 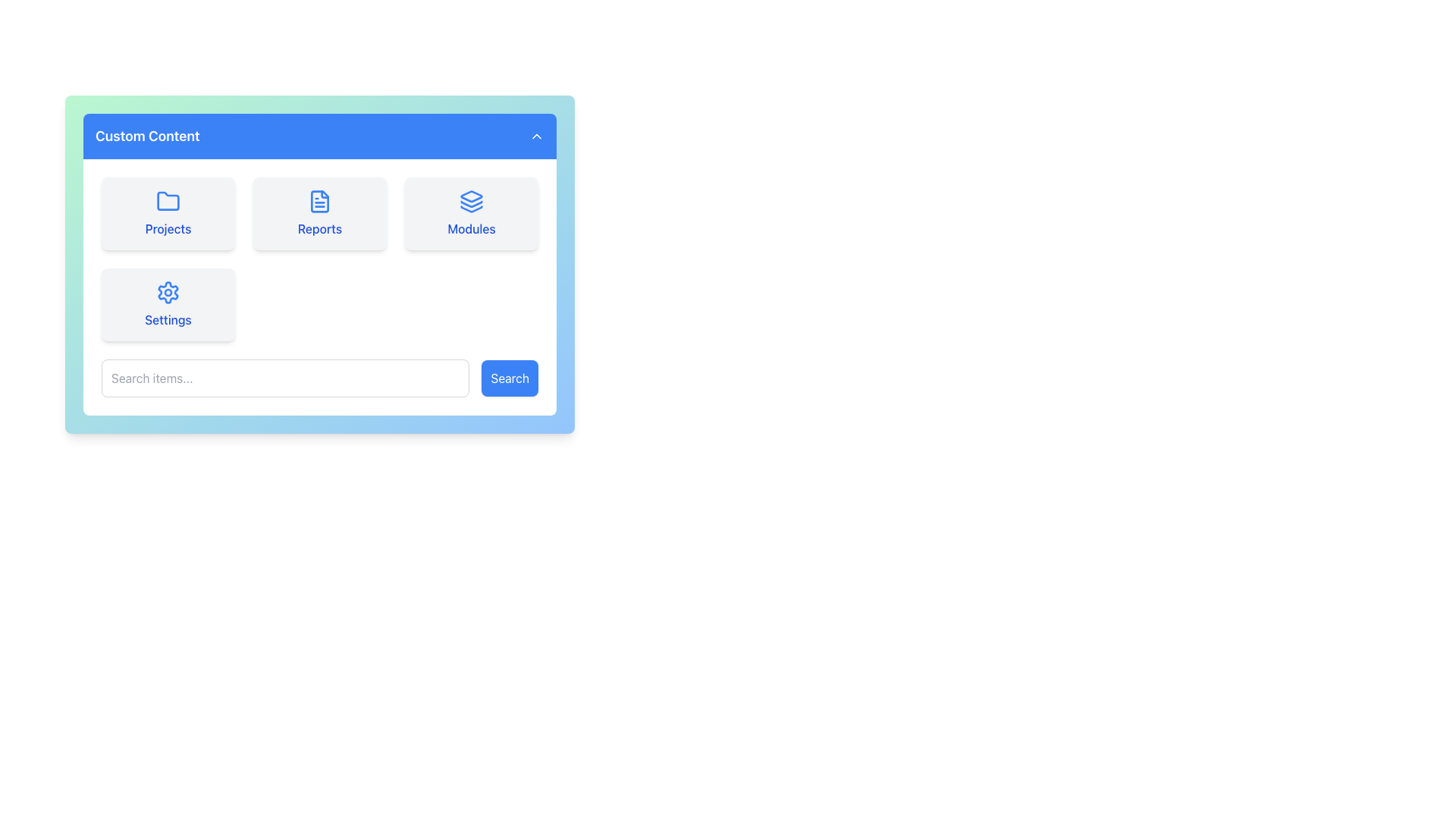 I want to click on the 'Modules' button located in the top-right corner of the grid, so click(x=471, y=213).